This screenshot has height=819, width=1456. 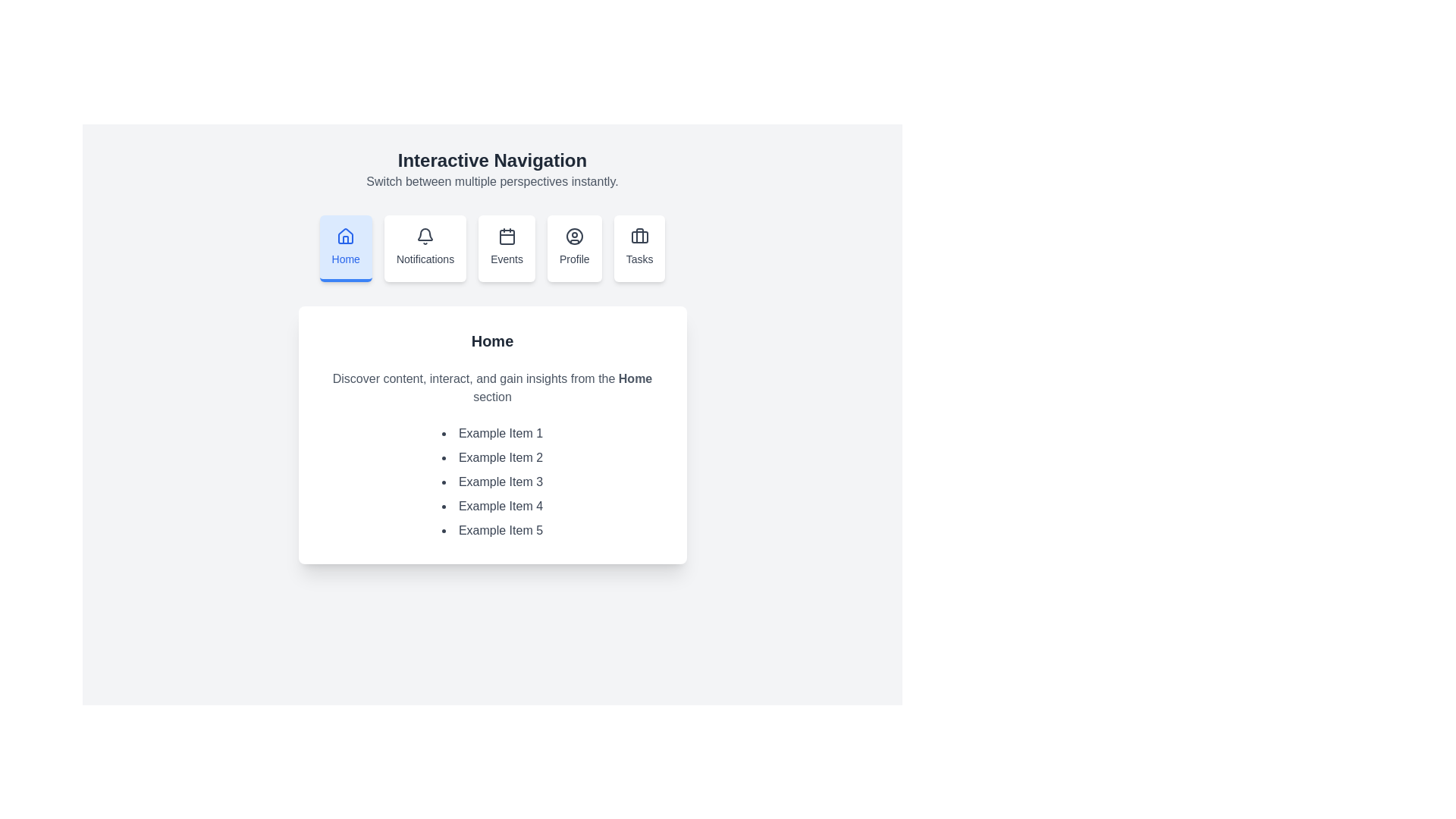 I want to click on the 'Home' button located at the leftmost side of the navigation bar, so click(x=345, y=247).